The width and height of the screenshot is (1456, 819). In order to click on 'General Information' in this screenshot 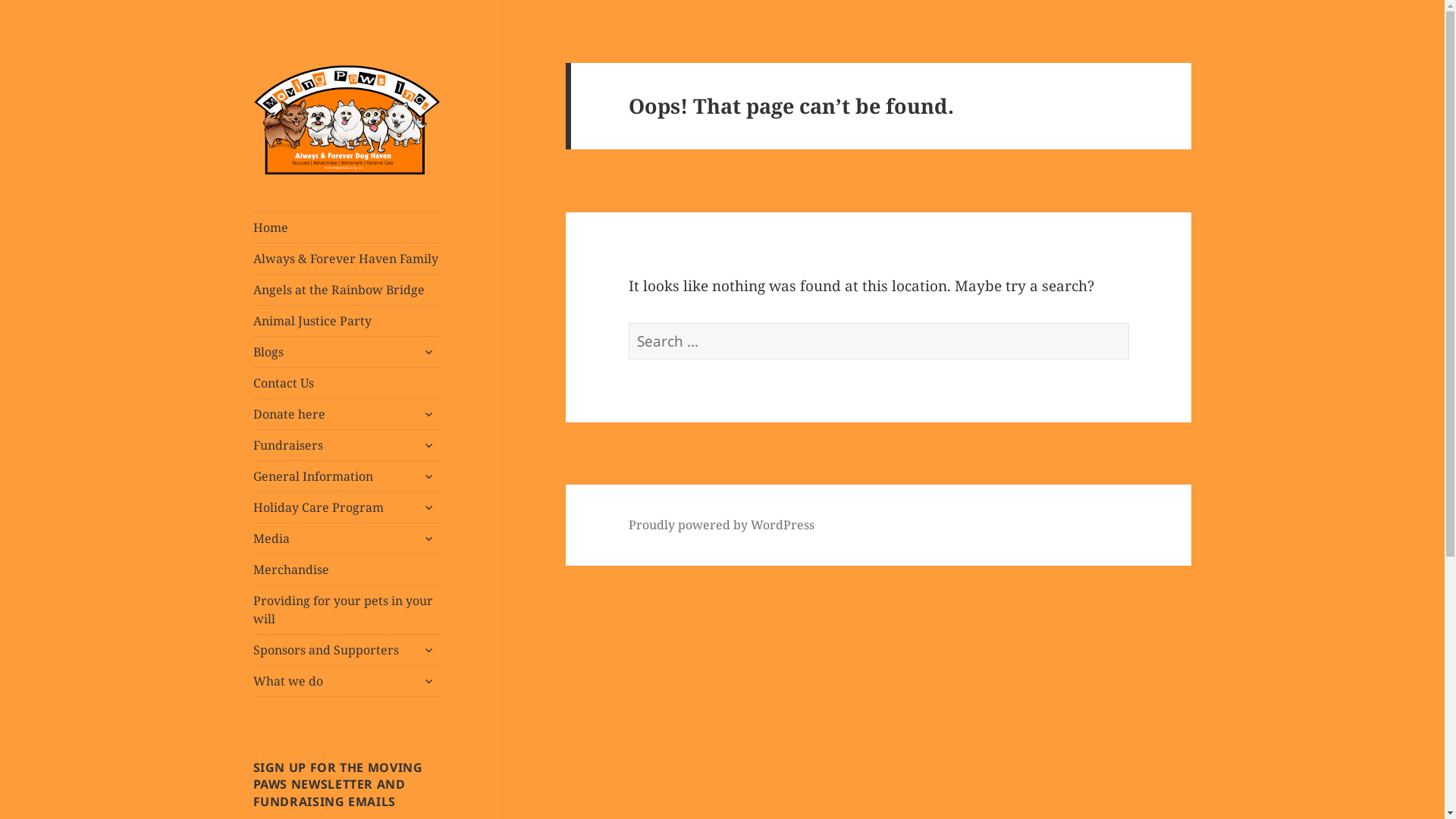, I will do `click(346, 475)`.